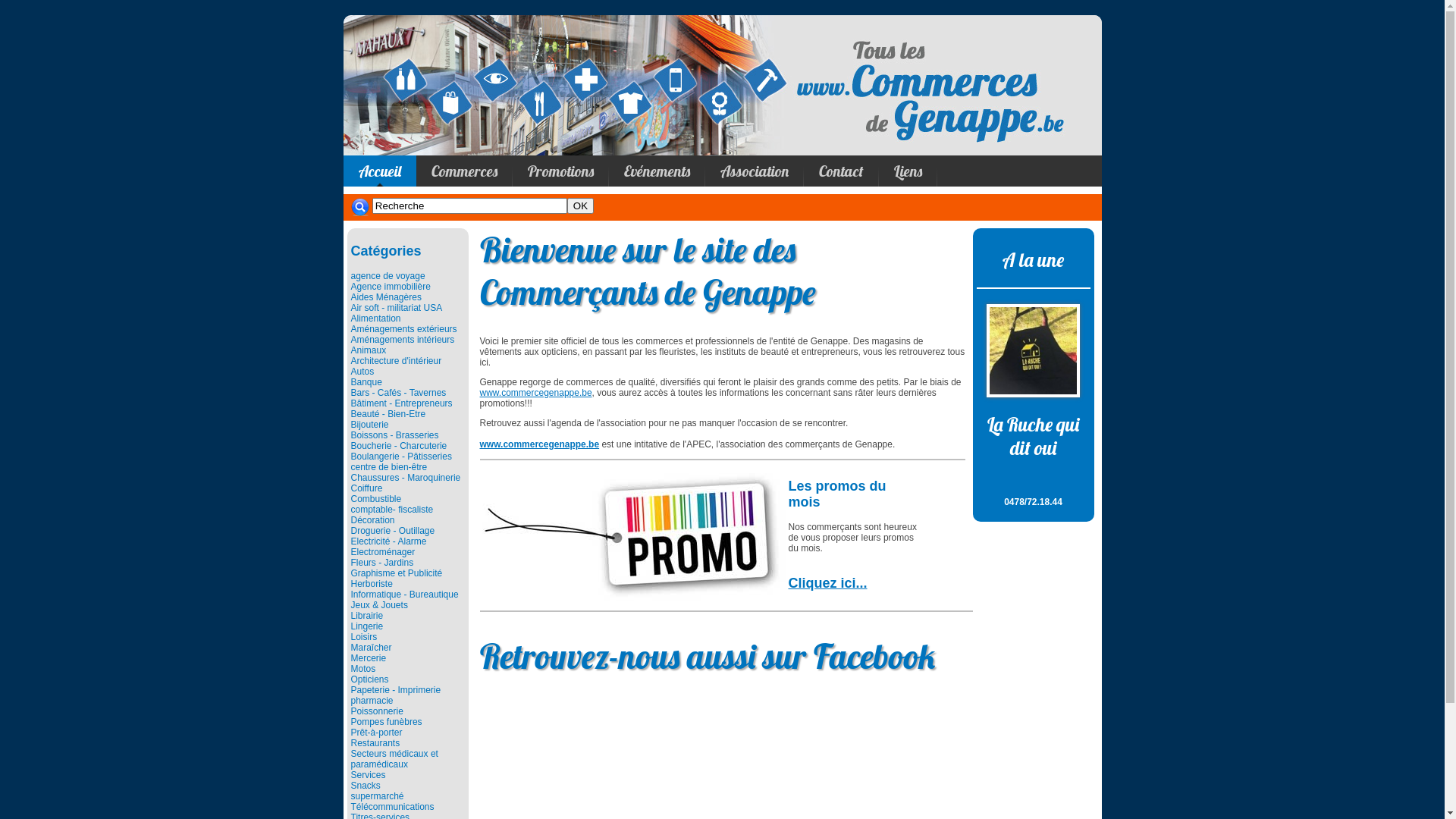  What do you see at coordinates (1033, 452) in the screenshot?
I see `'La Ruche qui dit oui` at bounding box center [1033, 452].